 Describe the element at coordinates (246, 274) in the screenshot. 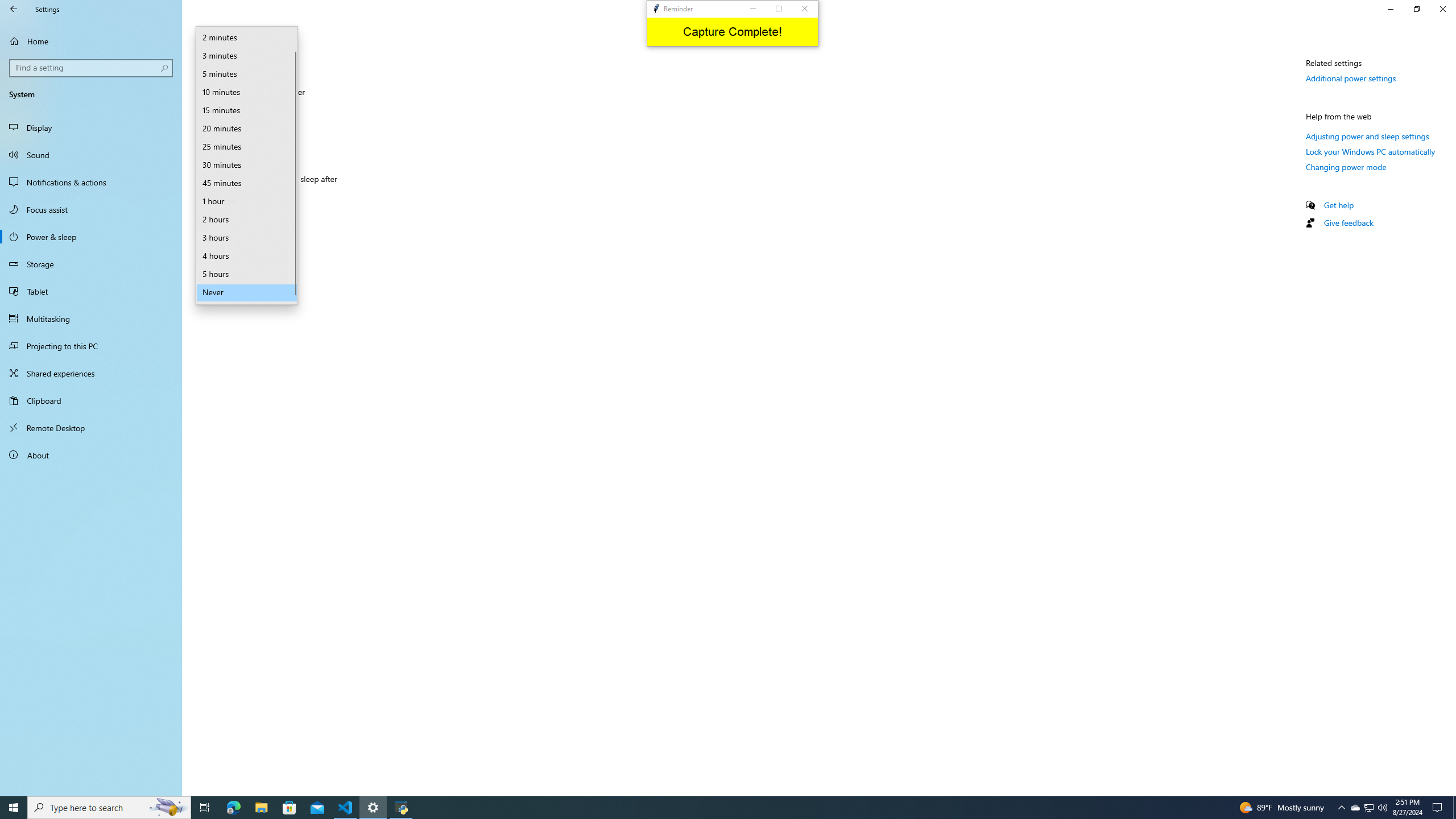

I see `'5 hours'` at that location.